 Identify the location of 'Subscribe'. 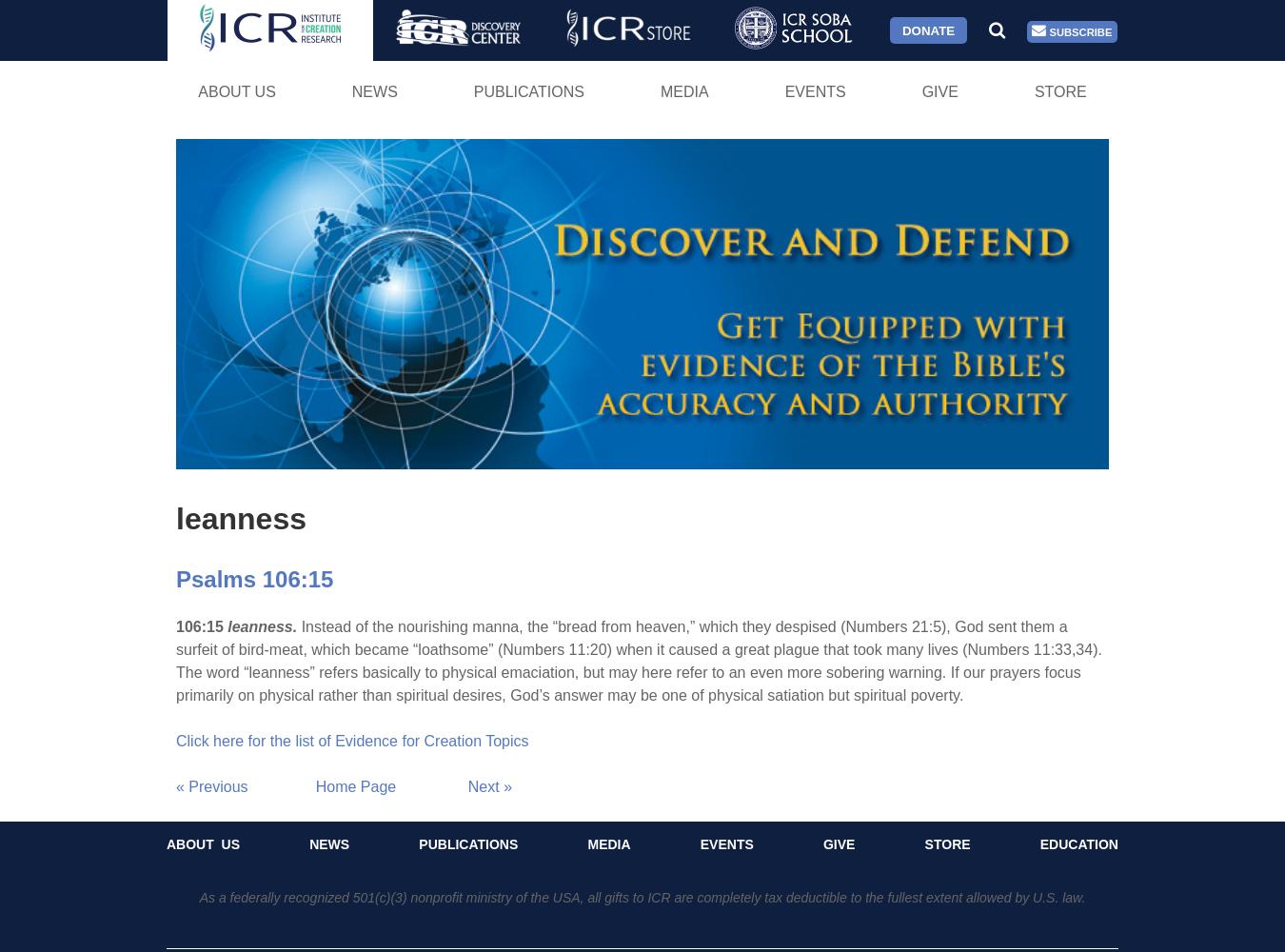
(1077, 31).